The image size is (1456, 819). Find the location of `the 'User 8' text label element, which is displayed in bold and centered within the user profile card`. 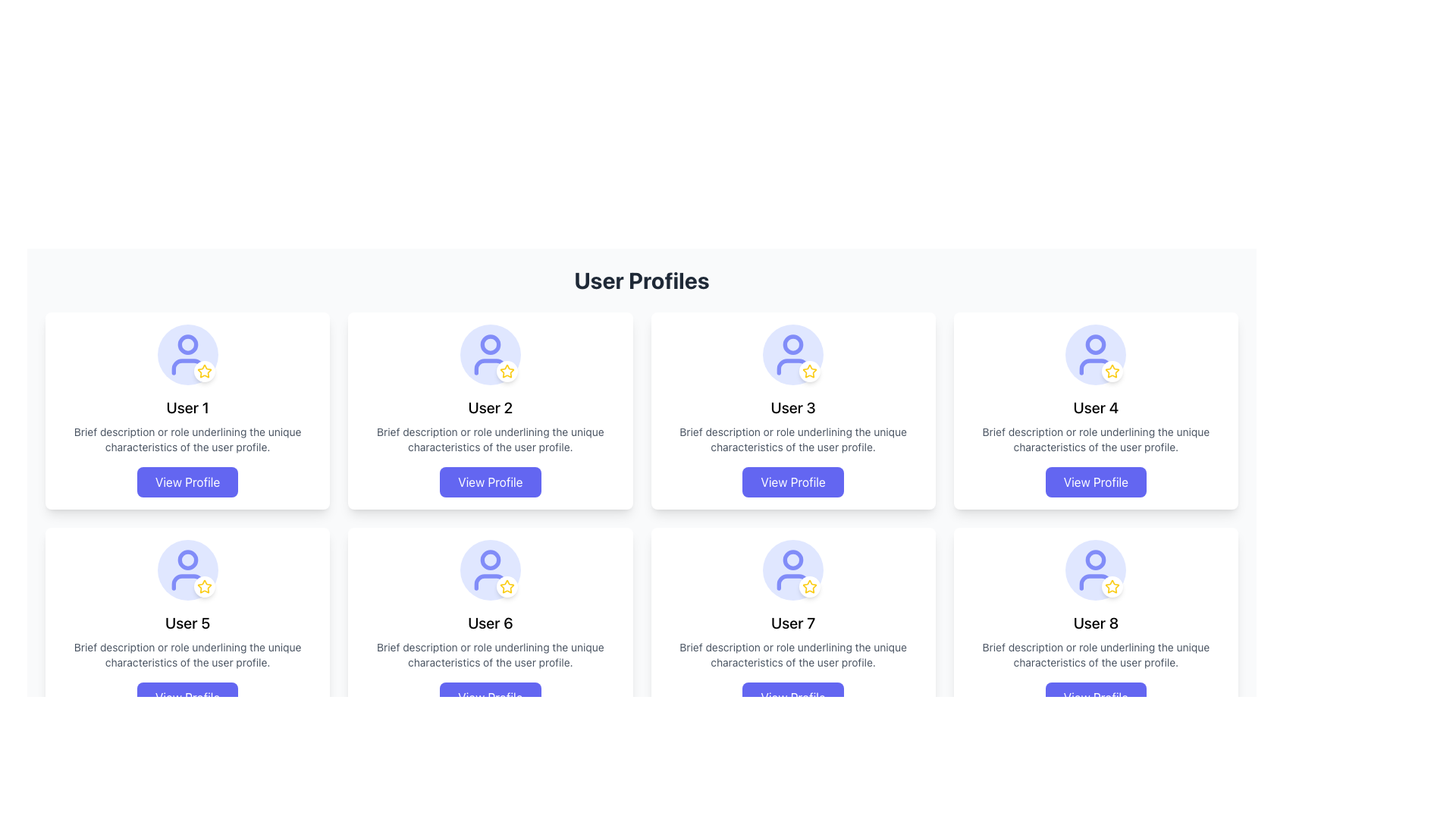

the 'User 8' text label element, which is displayed in bold and centered within the user profile card is located at coordinates (1096, 623).